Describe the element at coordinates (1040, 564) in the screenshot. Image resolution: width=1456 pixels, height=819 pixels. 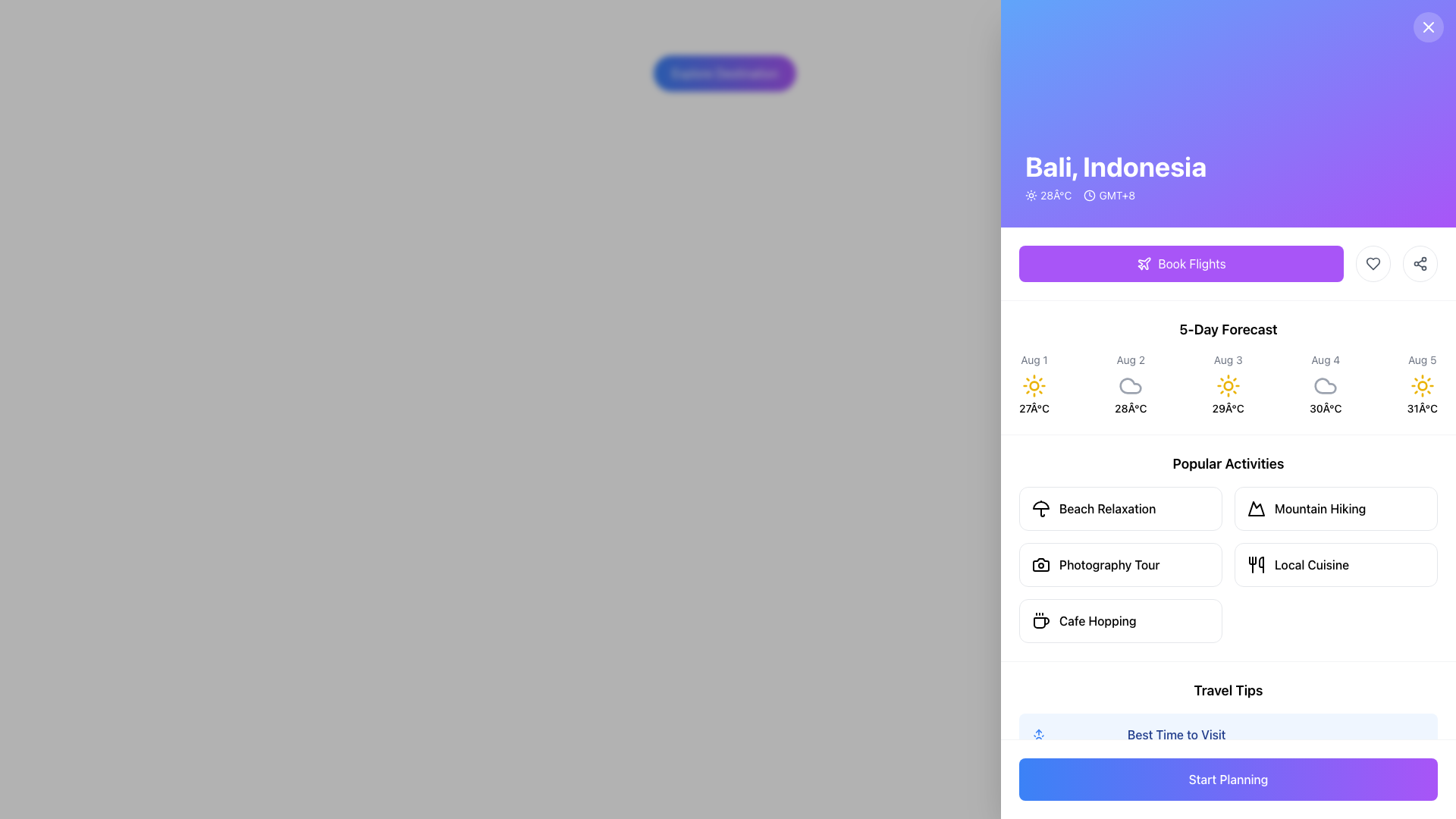
I see `the minimalist camera icon that symbolizes photography, located in the second column of the second row within the 'Popular Activities' section, near the 'Photography Tour' button` at that location.